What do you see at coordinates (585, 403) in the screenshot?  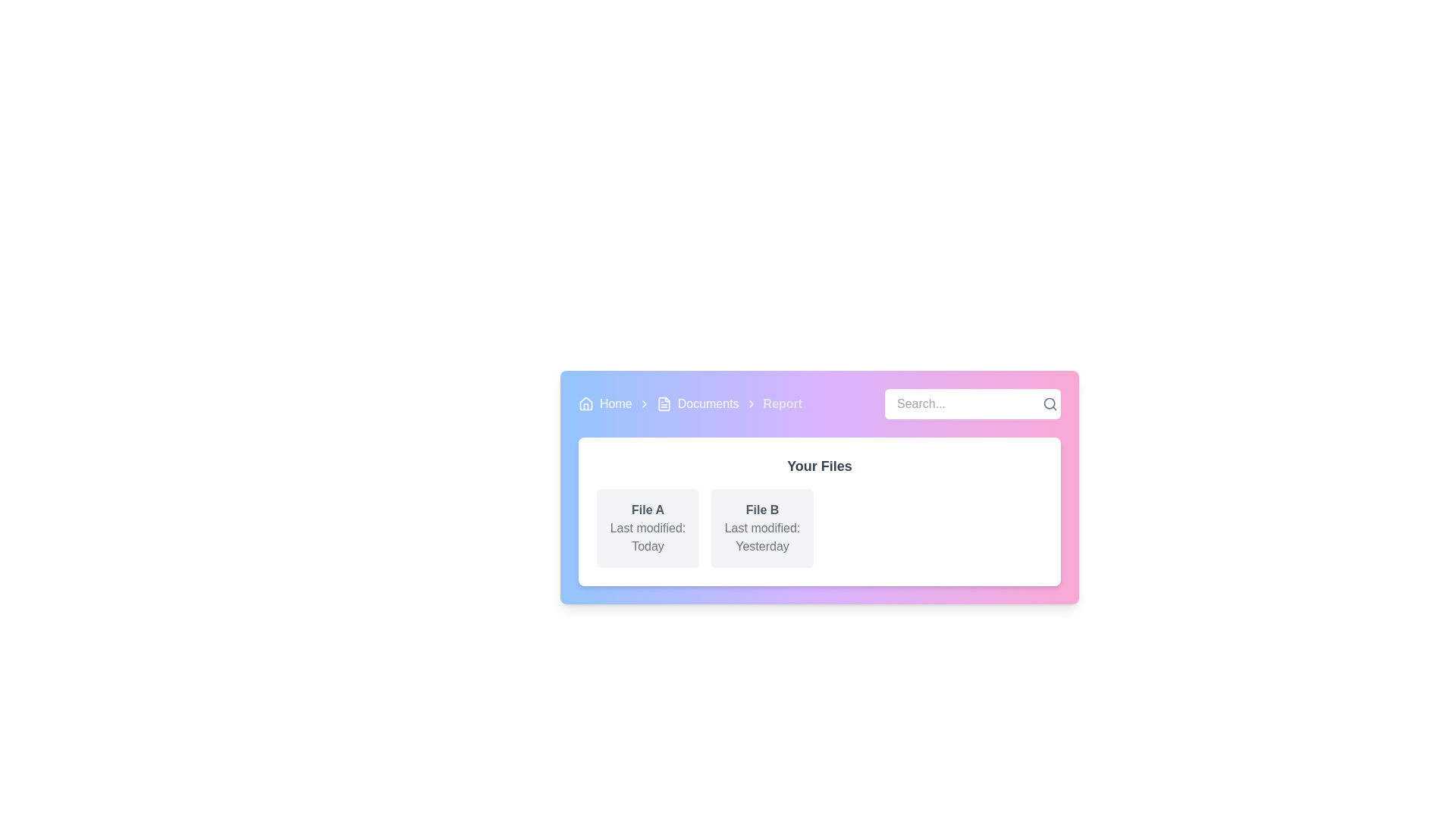 I see `the home icon in the breadcrumb navigation bar` at bounding box center [585, 403].